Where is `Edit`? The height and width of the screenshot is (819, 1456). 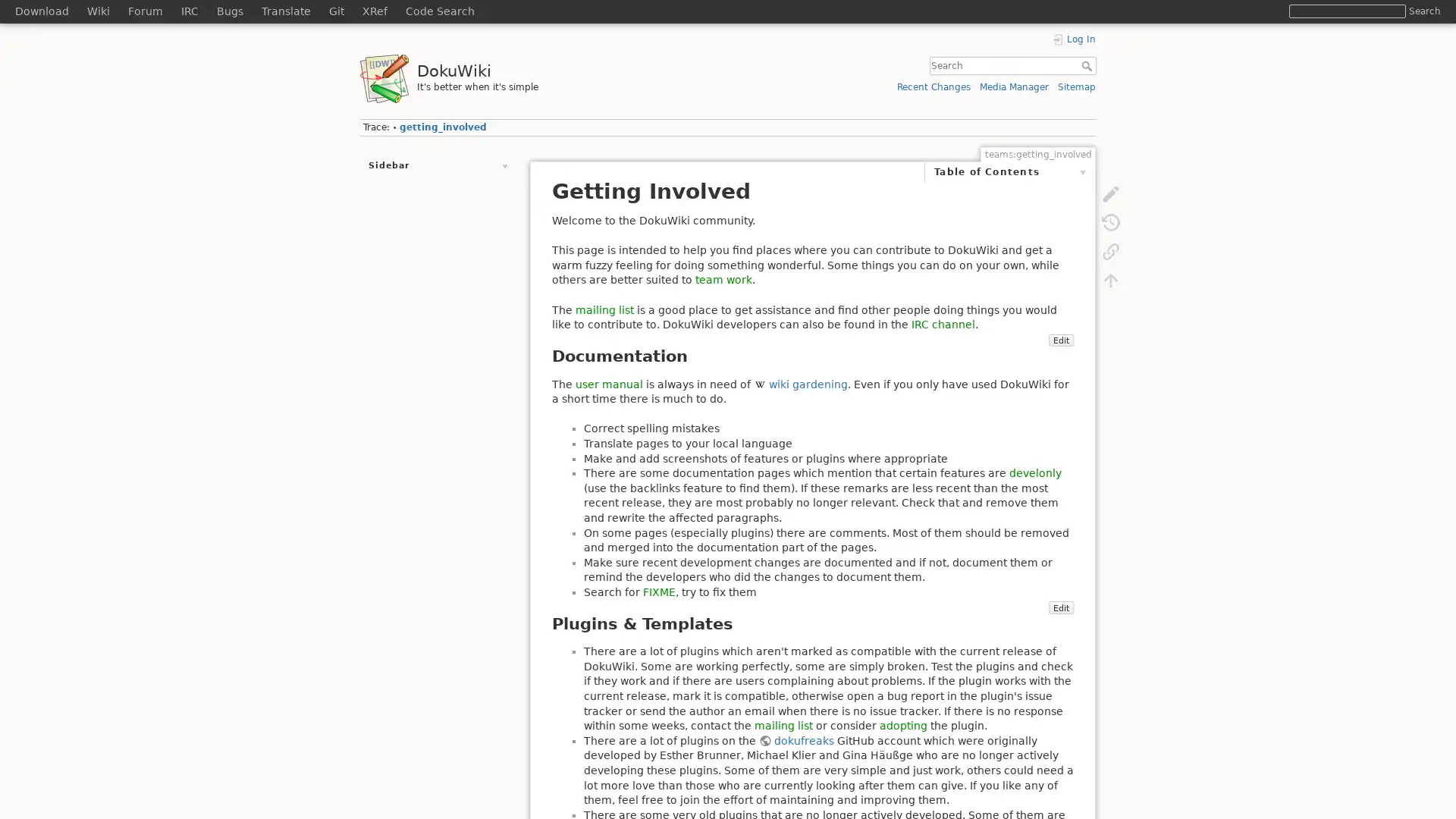 Edit is located at coordinates (1059, 354).